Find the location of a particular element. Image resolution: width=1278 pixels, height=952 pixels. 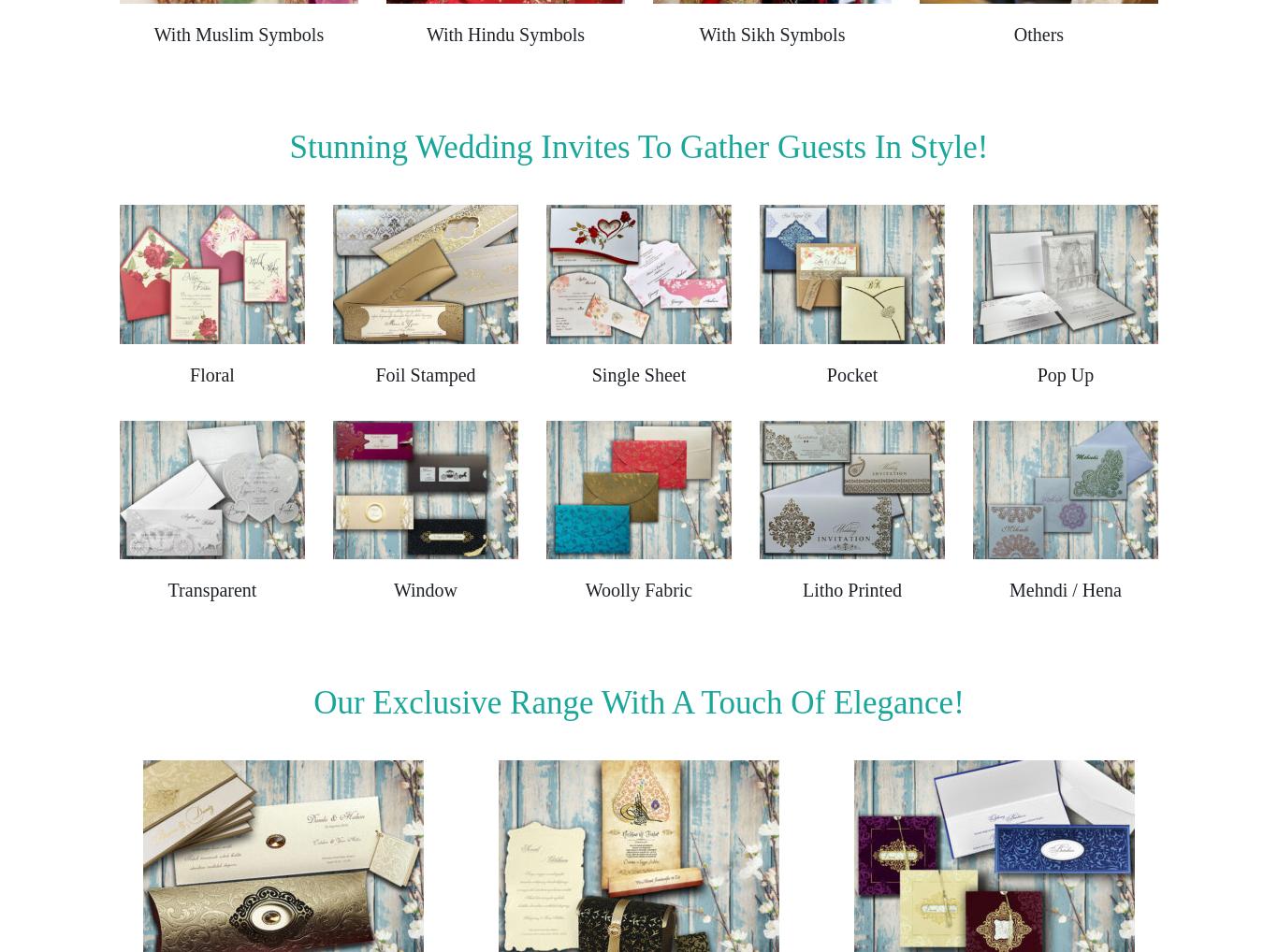

'Single Sheet' is located at coordinates (637, 373).